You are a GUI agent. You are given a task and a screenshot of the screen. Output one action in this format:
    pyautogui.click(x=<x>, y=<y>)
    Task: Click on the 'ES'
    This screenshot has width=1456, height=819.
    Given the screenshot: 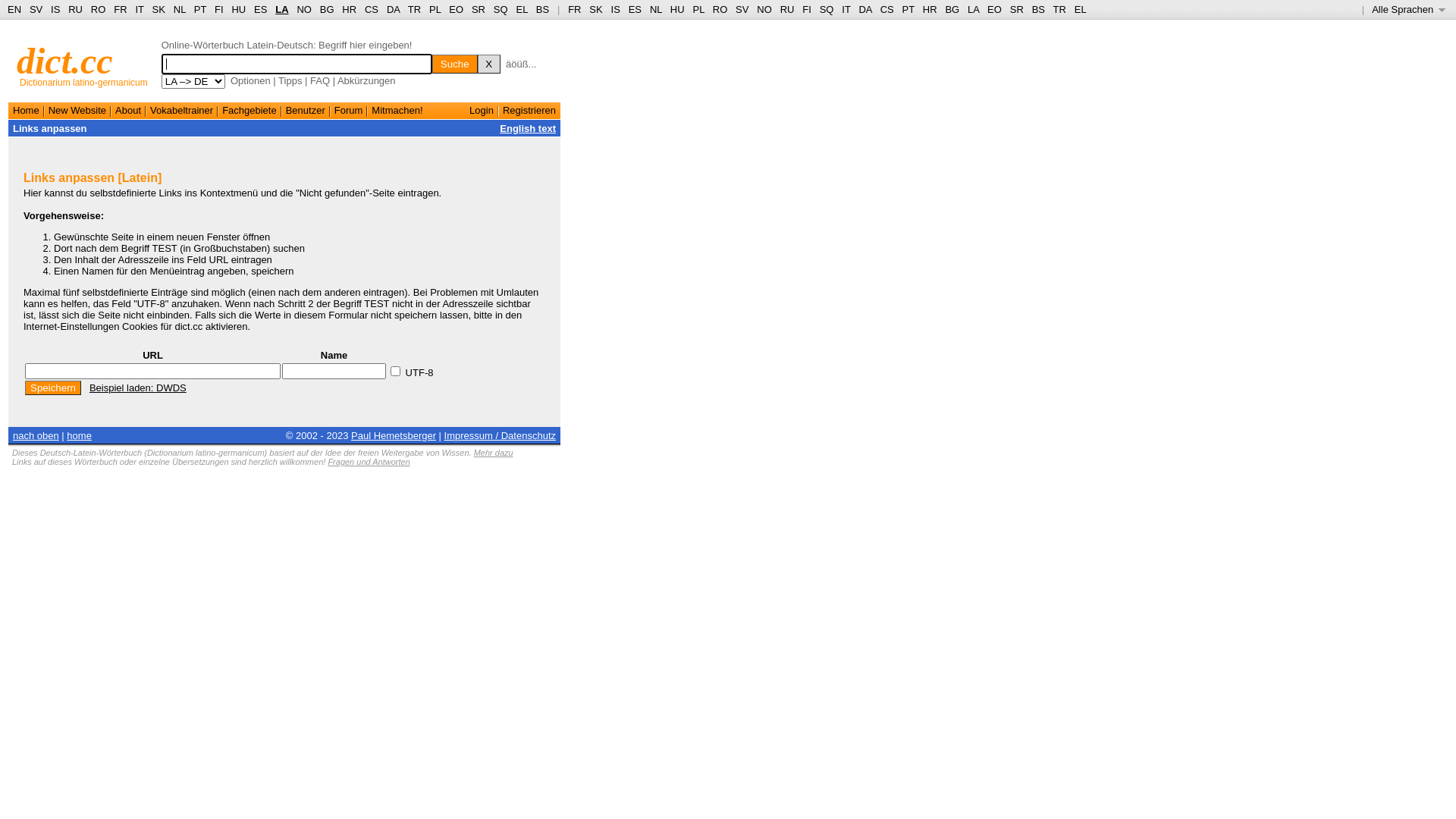 What is the action you would take?
    pyautogui.click(x=260, y=9)
    